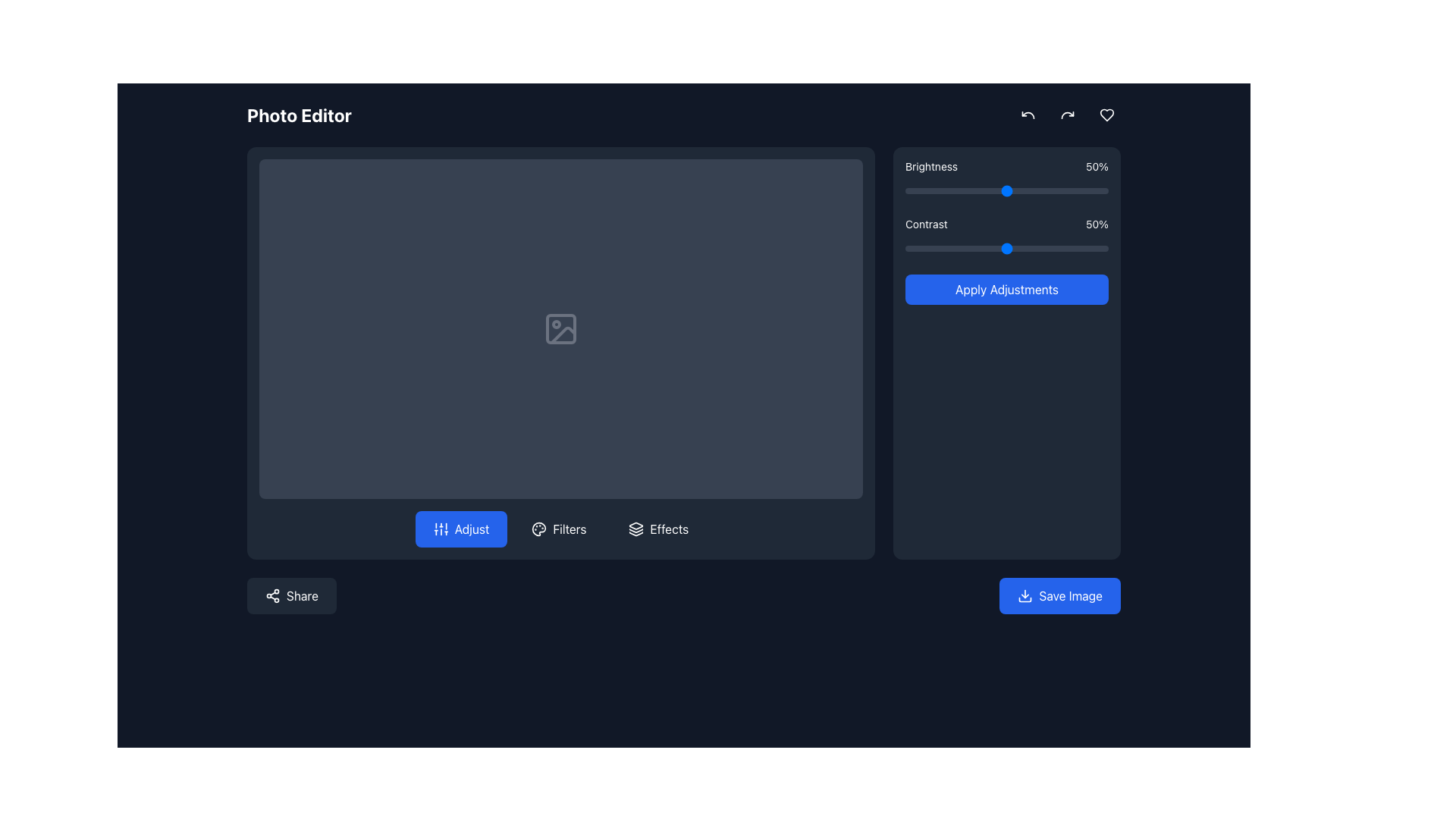 The image size is (1456, 819). Describe the element at coordinates (668, 528) in the screenshot. I see `the 'Effects' button in the navigation bar at the bottom of the interface` at that location.